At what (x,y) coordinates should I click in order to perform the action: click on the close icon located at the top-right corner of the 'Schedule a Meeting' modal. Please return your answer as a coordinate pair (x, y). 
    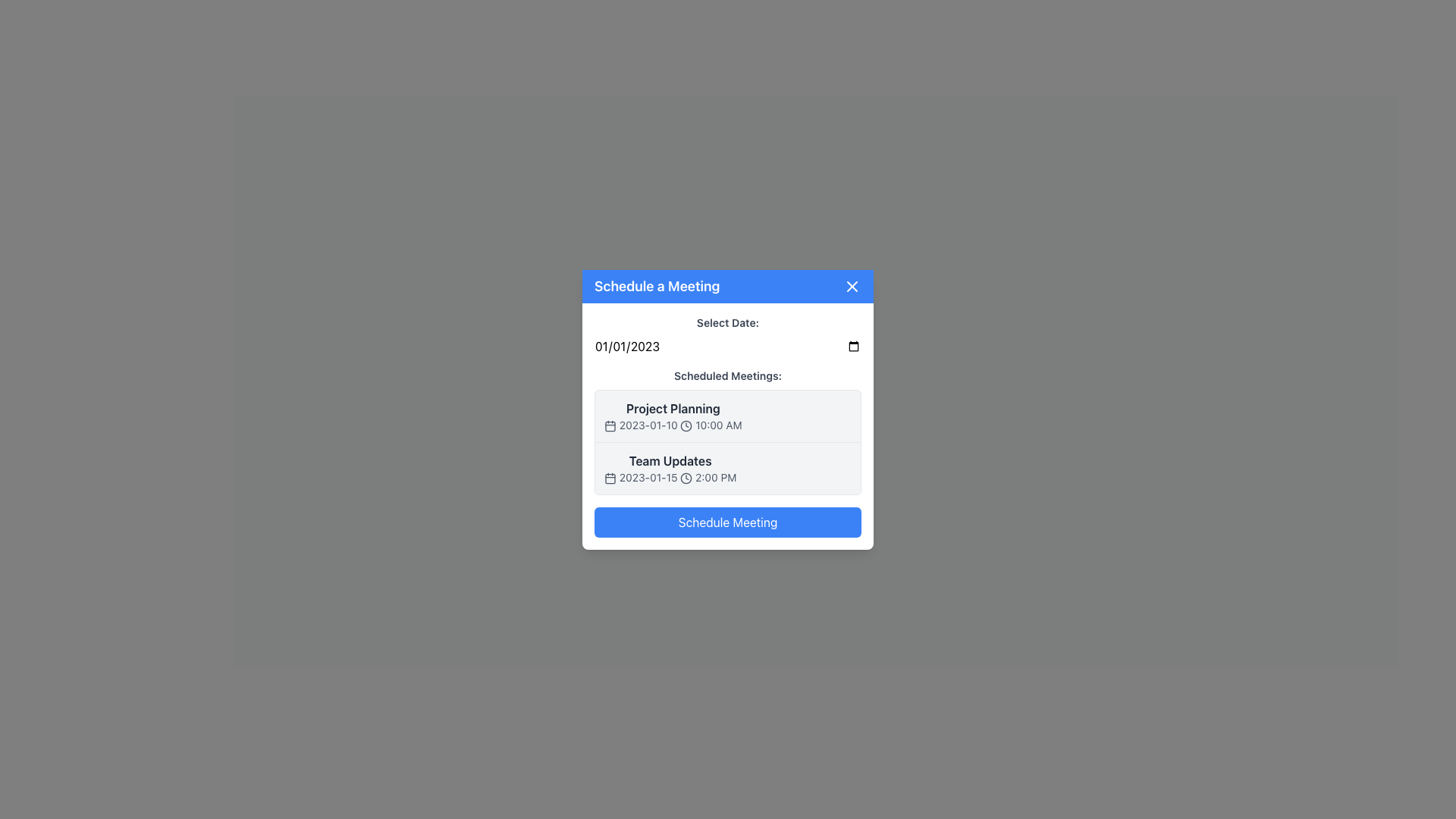
    Looking at the image, I should click on (852, 286).